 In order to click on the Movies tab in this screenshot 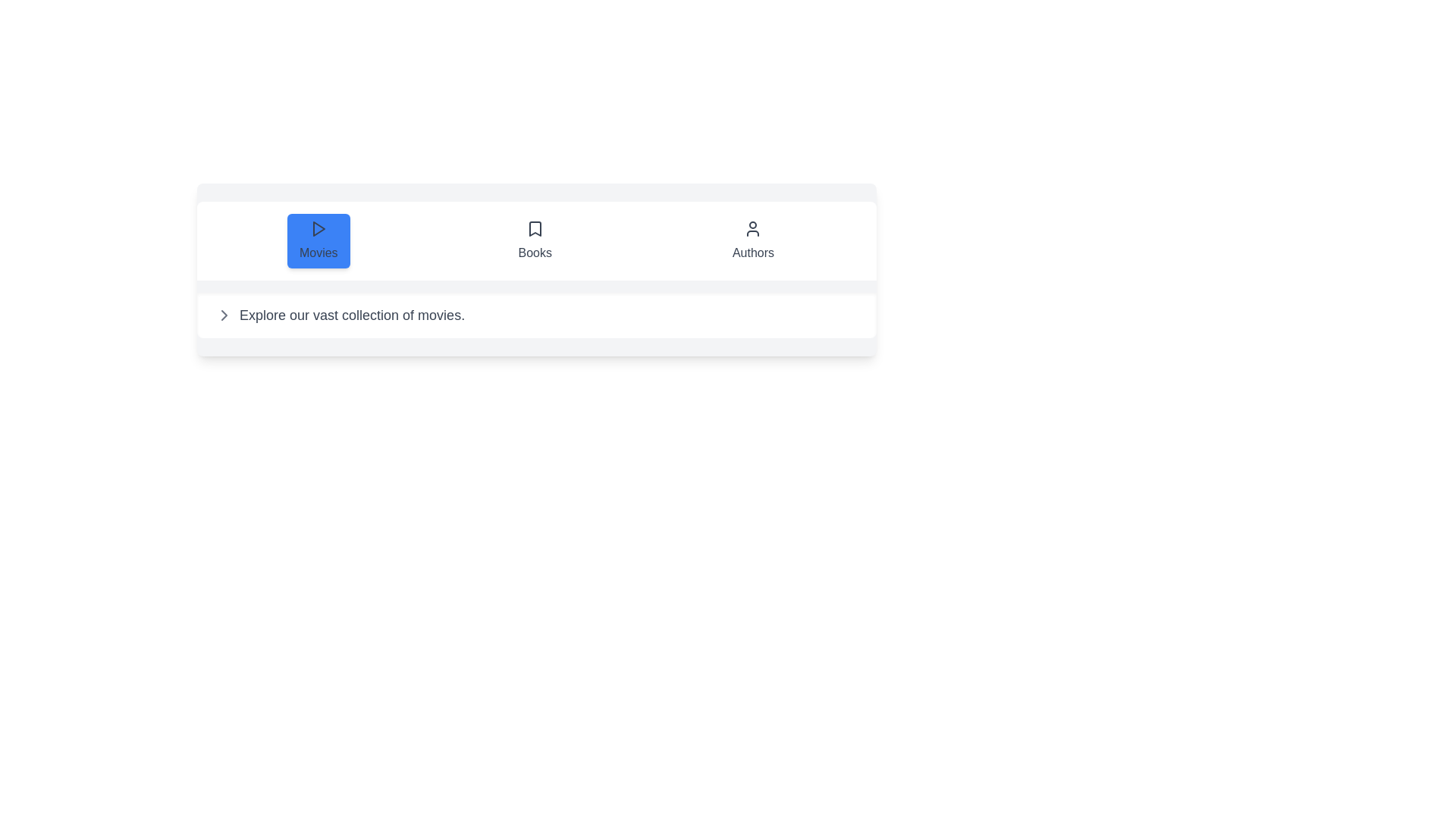, I will do `click(318, 240)`.